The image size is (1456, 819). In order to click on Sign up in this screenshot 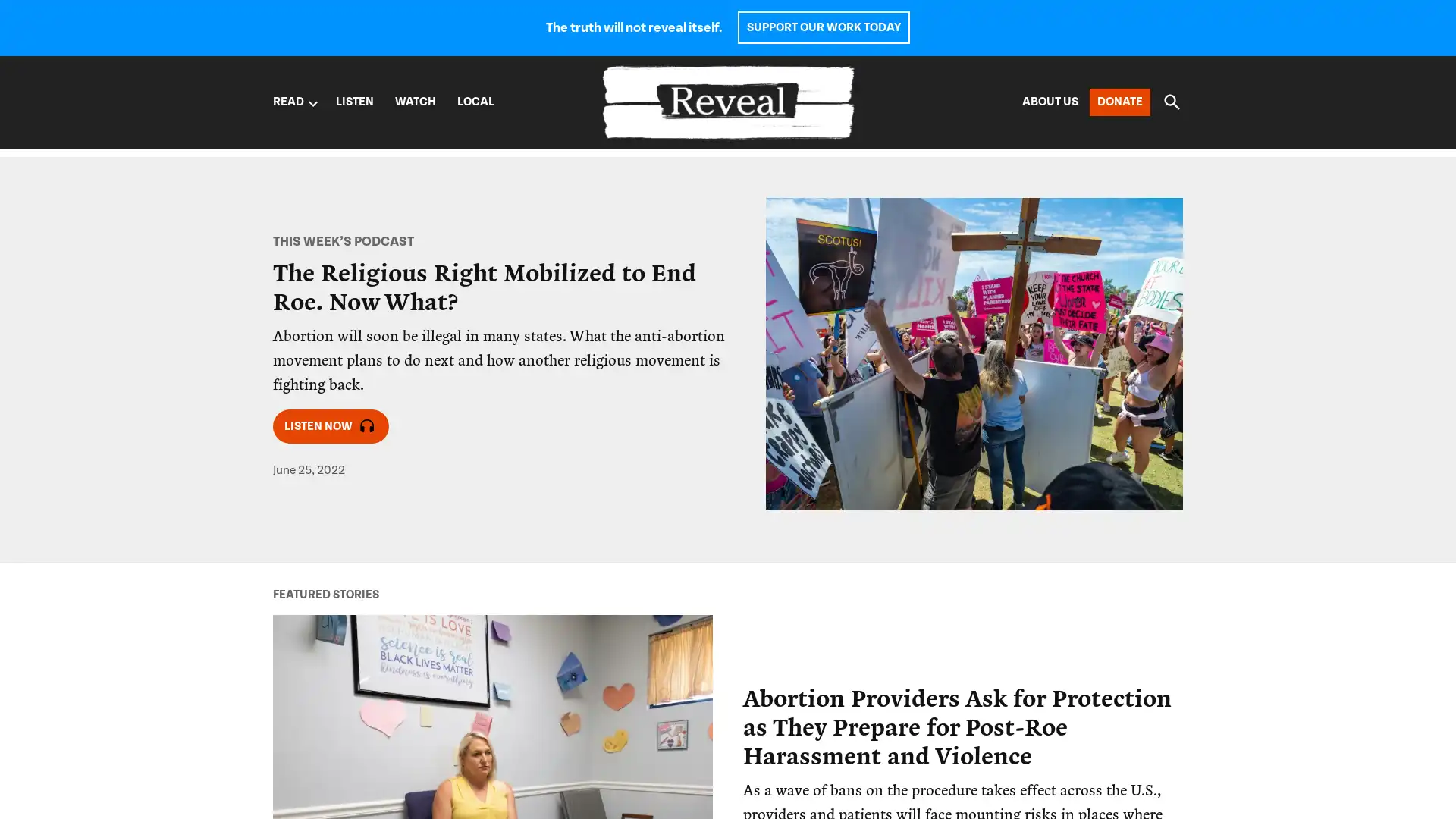, I will do `click(775, 646)`.